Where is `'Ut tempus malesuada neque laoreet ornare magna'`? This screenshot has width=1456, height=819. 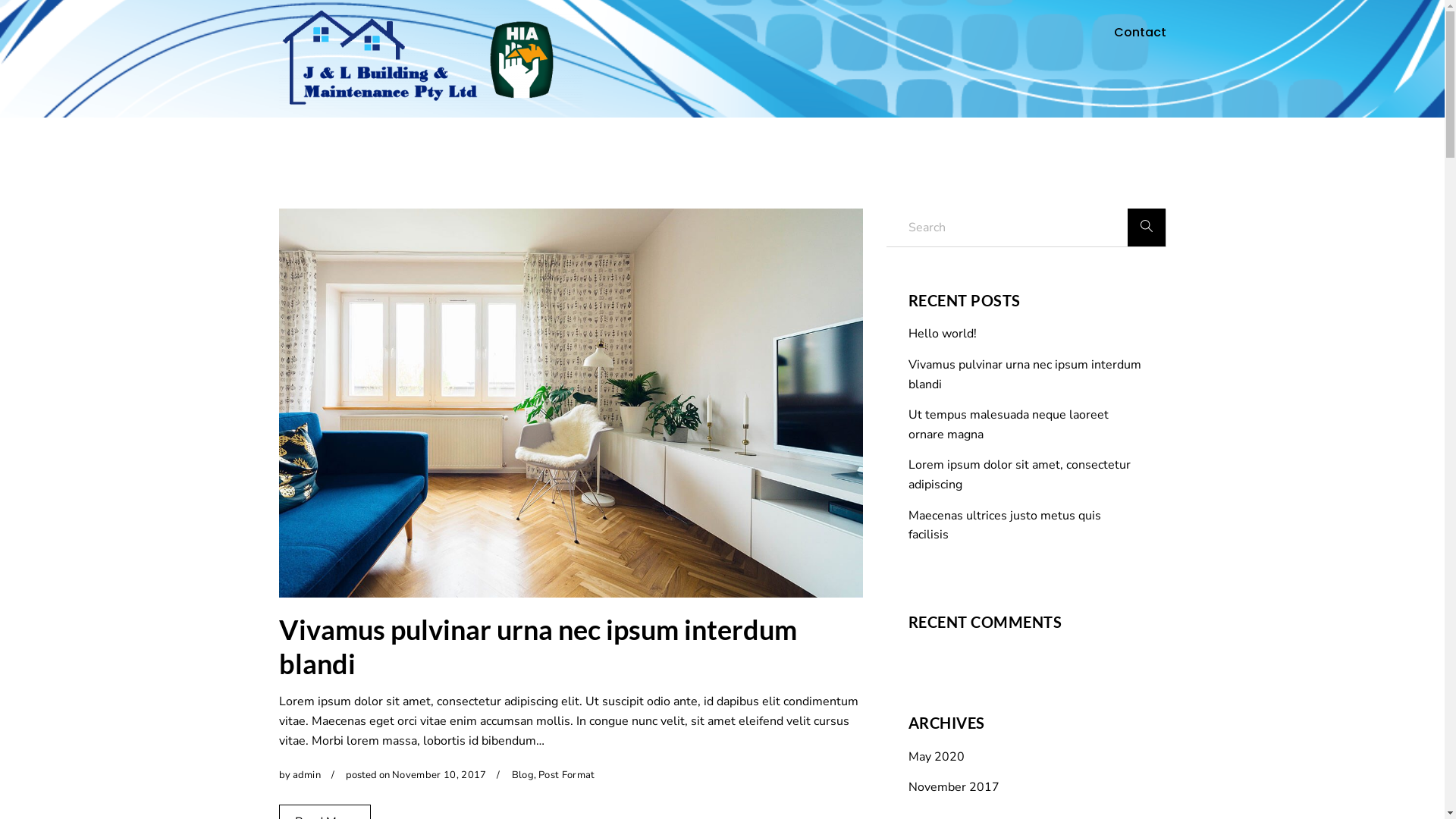
'Ut tempus malesuada neque laoreet ornare magna' is located at coordinates (1026, 425).